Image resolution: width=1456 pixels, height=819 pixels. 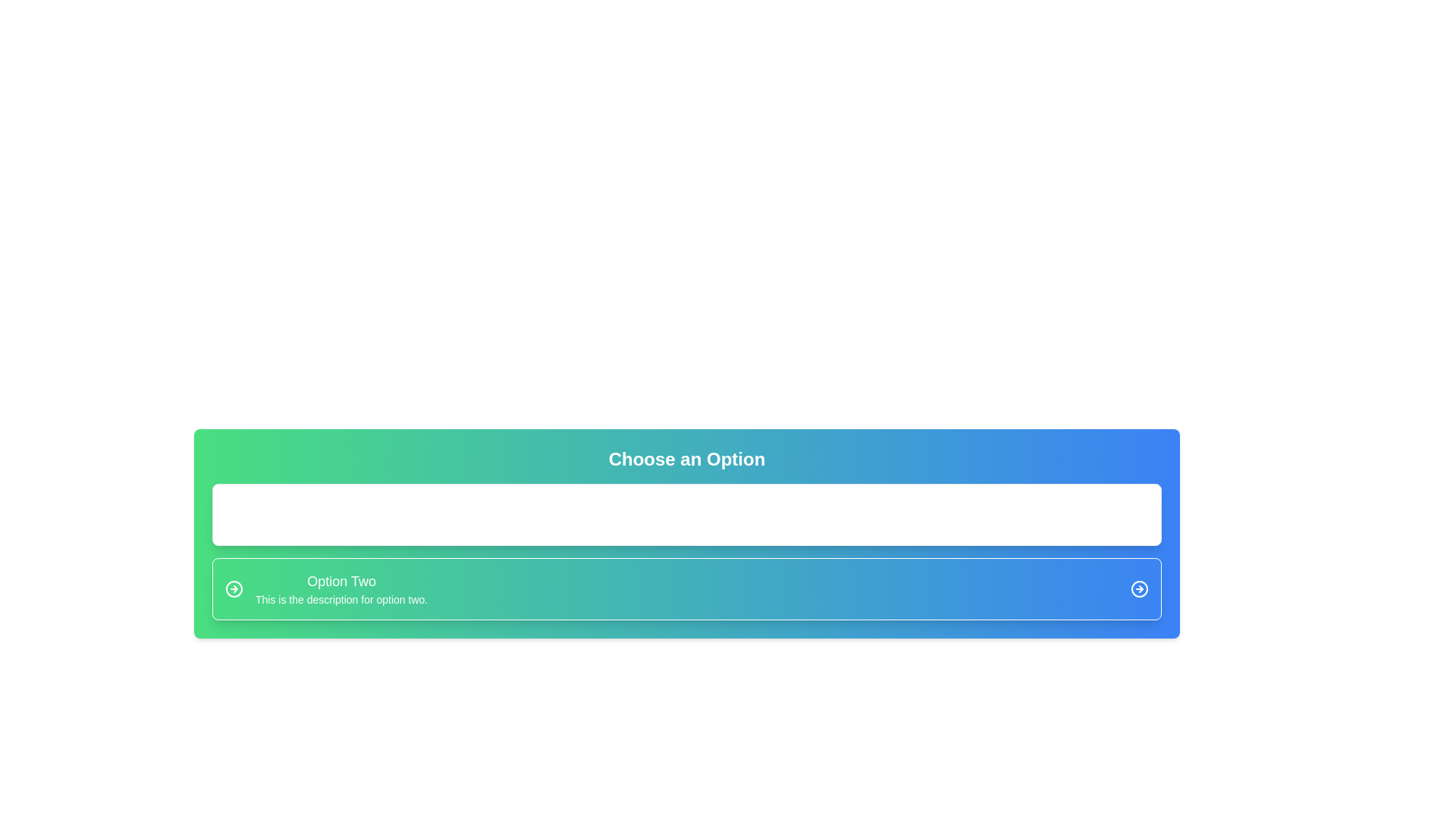 What do you see at coordinates (340, 581) in the screenshot?
I see `the static text label that identifies 'Option Two' within the selection interface` at bounding box center [340, 581].